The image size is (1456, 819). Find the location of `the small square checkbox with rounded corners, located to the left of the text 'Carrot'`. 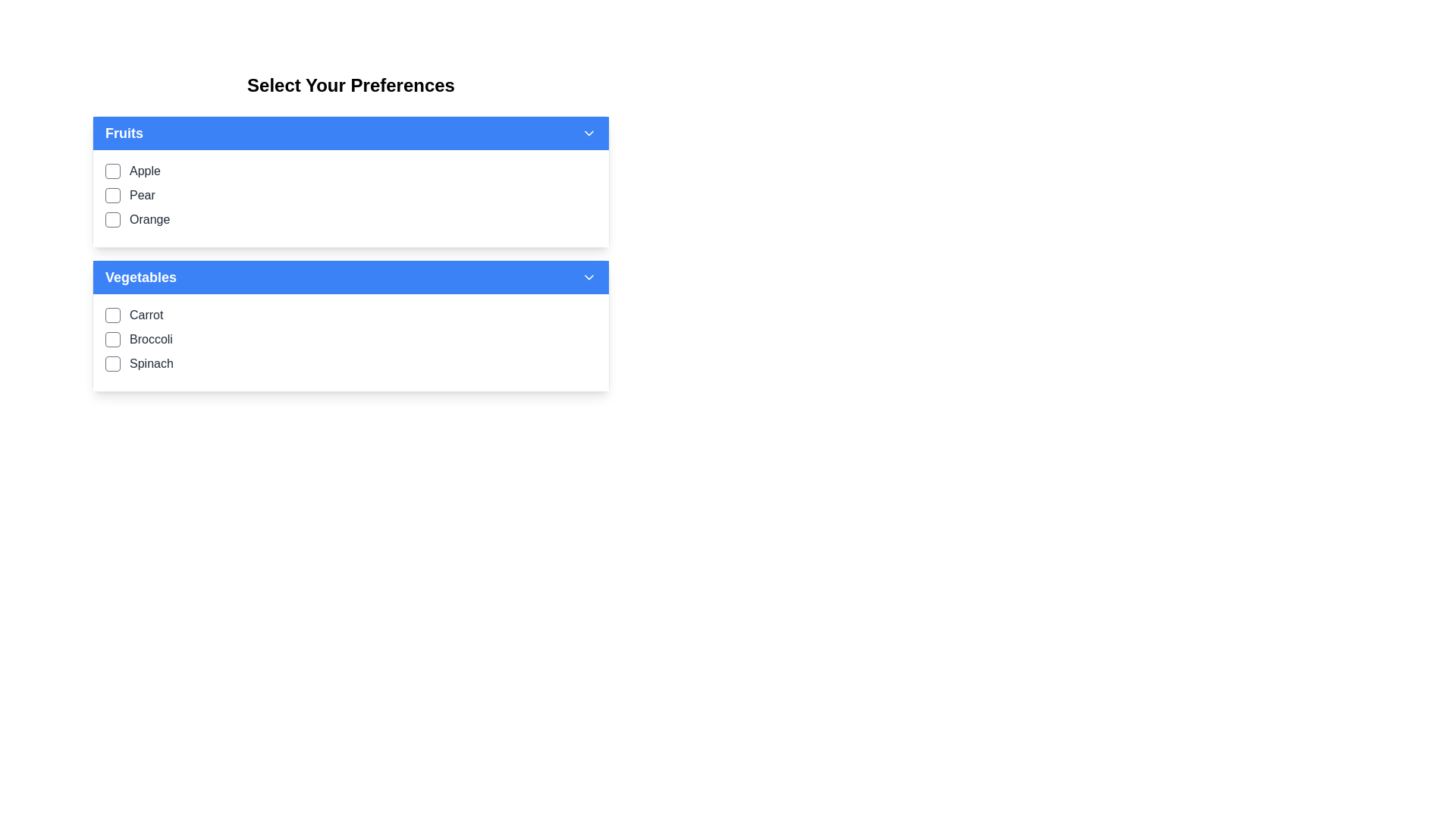

the small square checkbox with rounded corners, located to the left of the text 'Carrot' is located at coordinates (111, 315).